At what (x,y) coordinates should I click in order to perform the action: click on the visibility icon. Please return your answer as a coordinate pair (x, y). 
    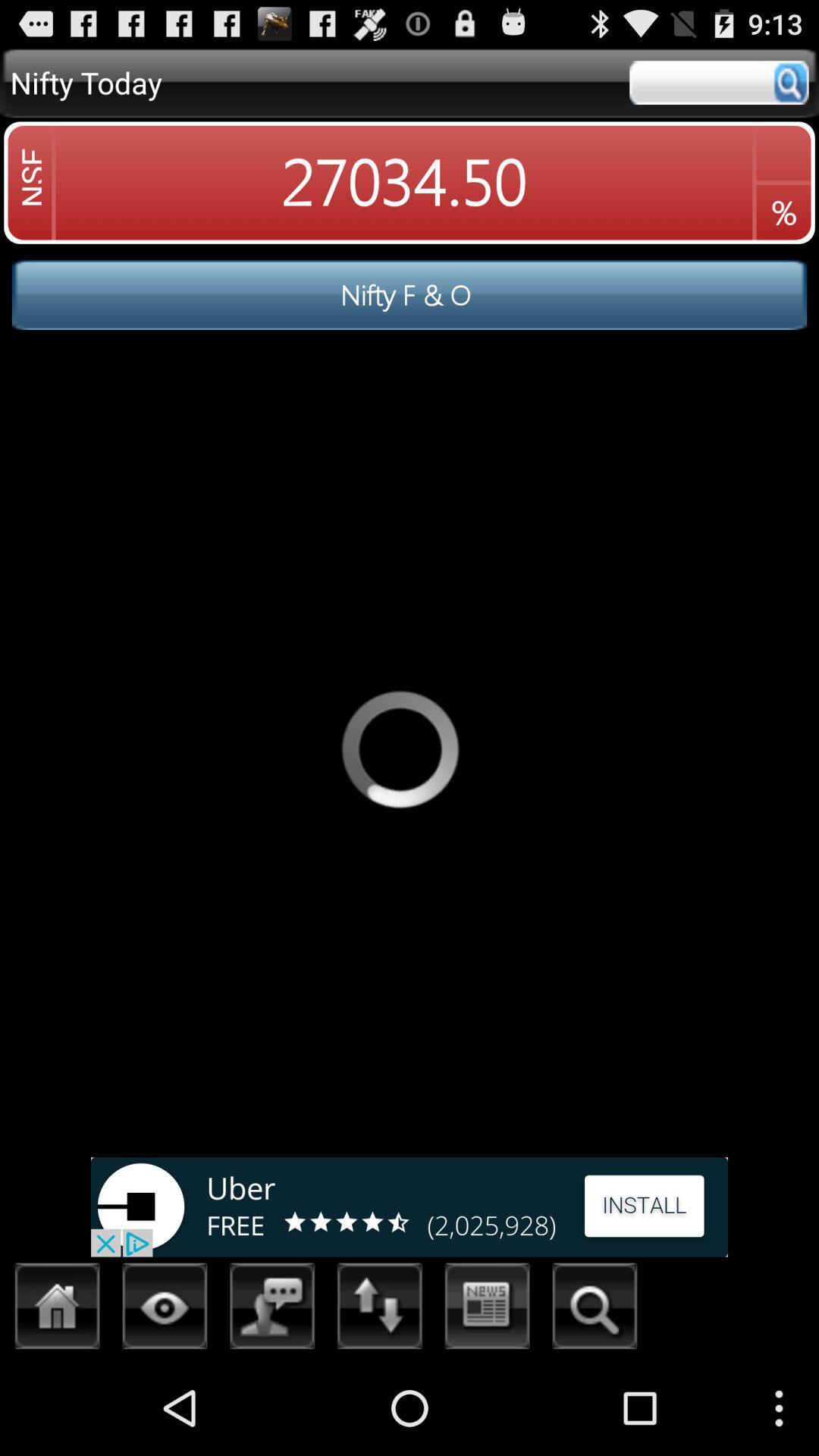
    Looking at the image, I should click on (165, 1401).